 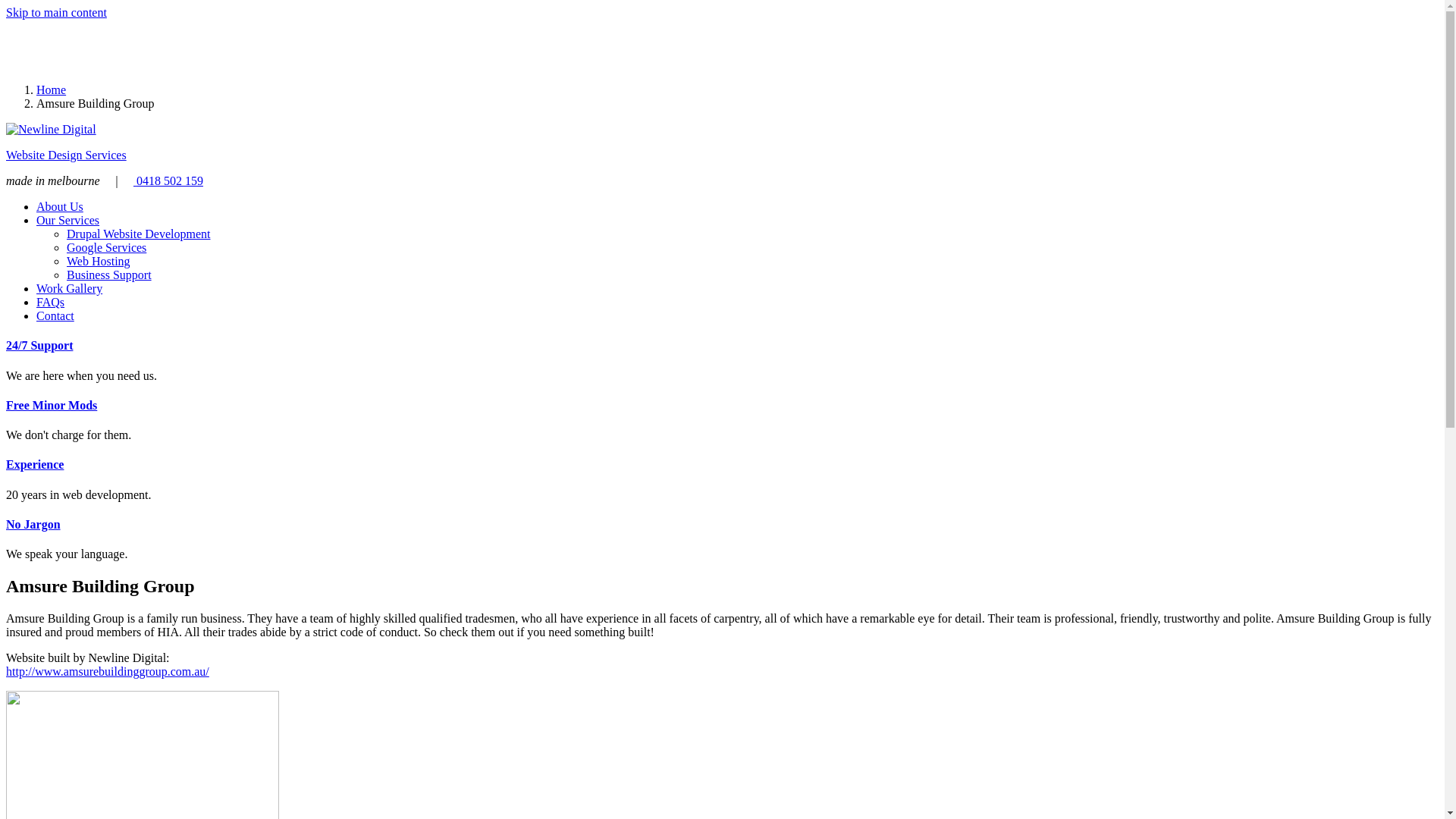 I want to click on 'Home', so click(x=51, y=89).